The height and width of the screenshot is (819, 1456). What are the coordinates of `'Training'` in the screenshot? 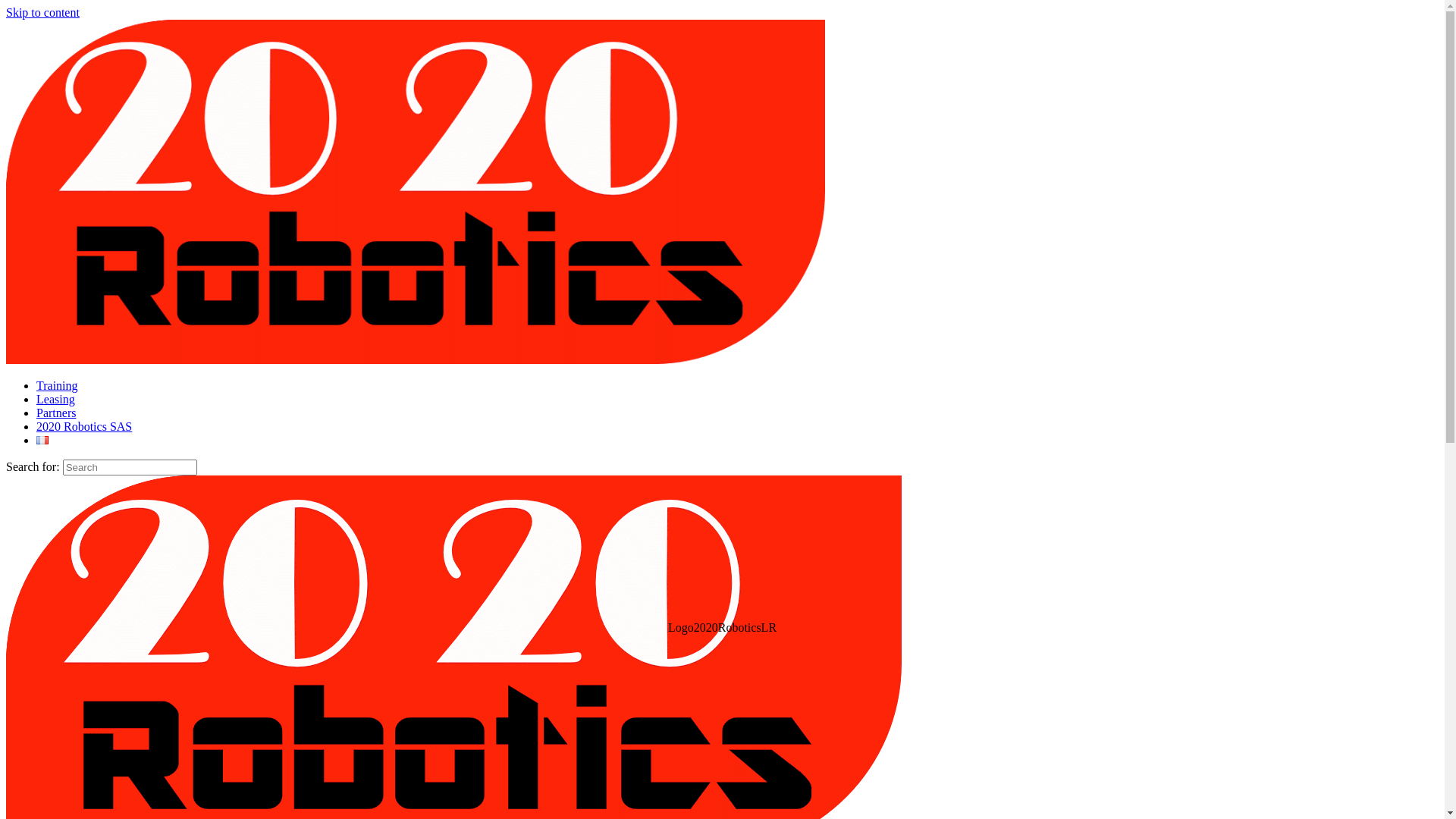 It's located at (36, 384).